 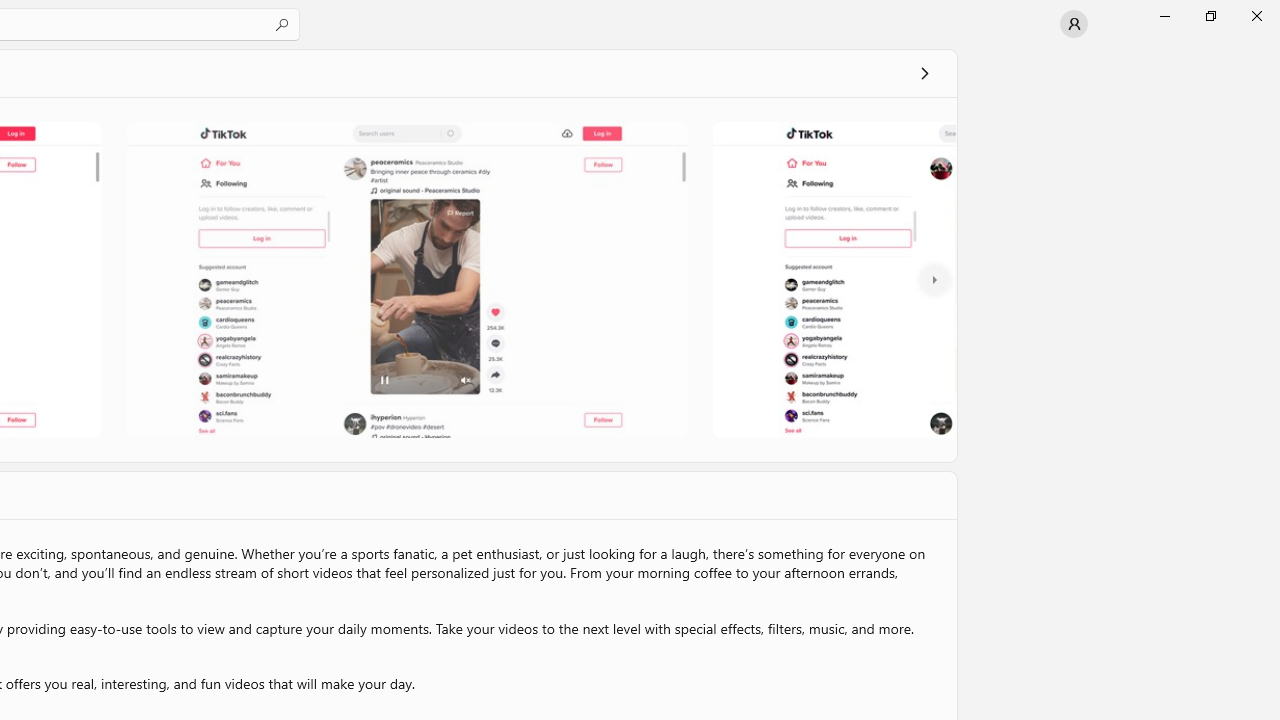 What do you see at coordinates (1255, 15) in the screenshot?
I see `'Close Microsoft Store'` at bounding box center [1255, 15].